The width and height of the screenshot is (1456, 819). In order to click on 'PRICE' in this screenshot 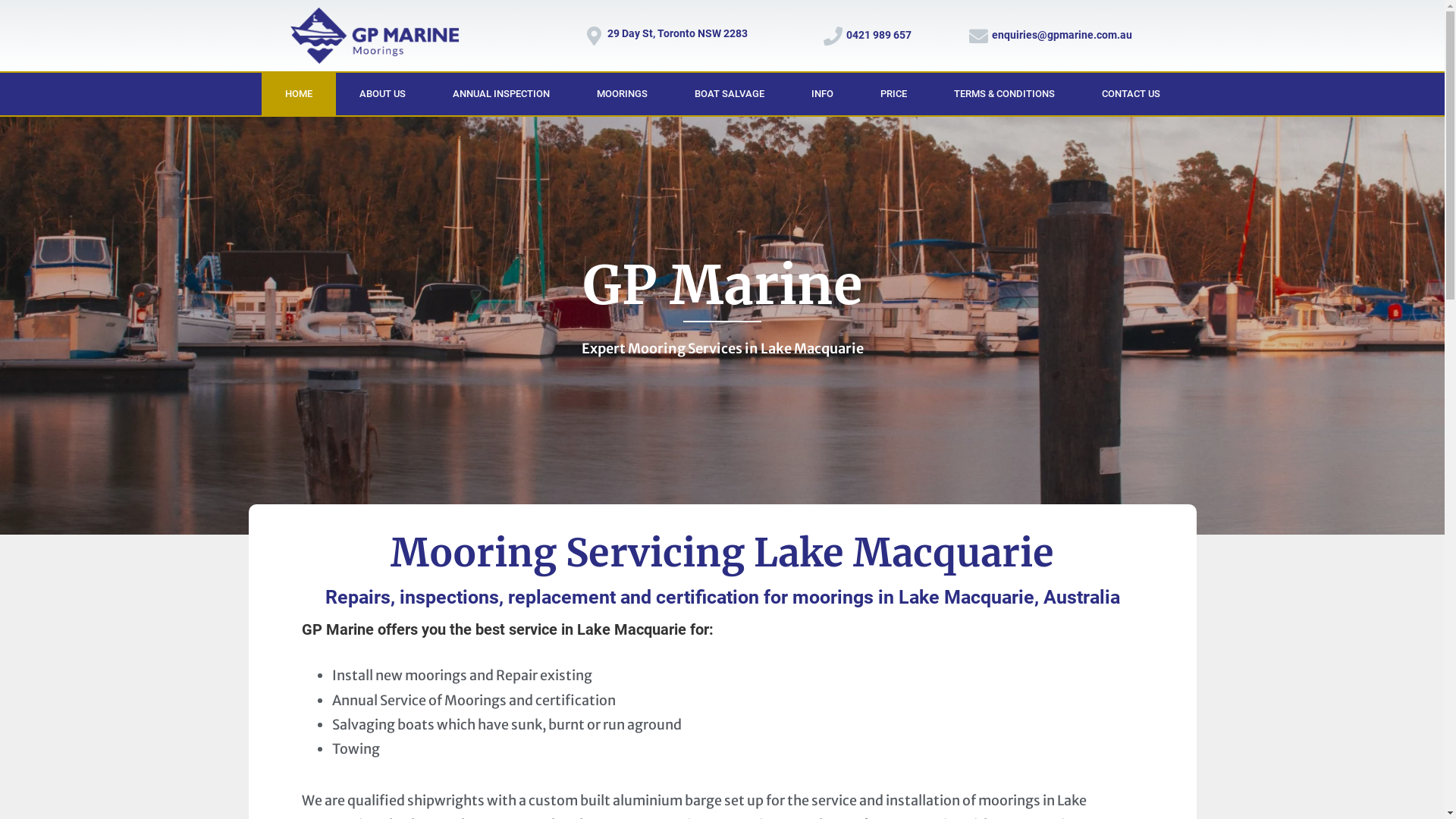, I will do `click(893, 93)`.